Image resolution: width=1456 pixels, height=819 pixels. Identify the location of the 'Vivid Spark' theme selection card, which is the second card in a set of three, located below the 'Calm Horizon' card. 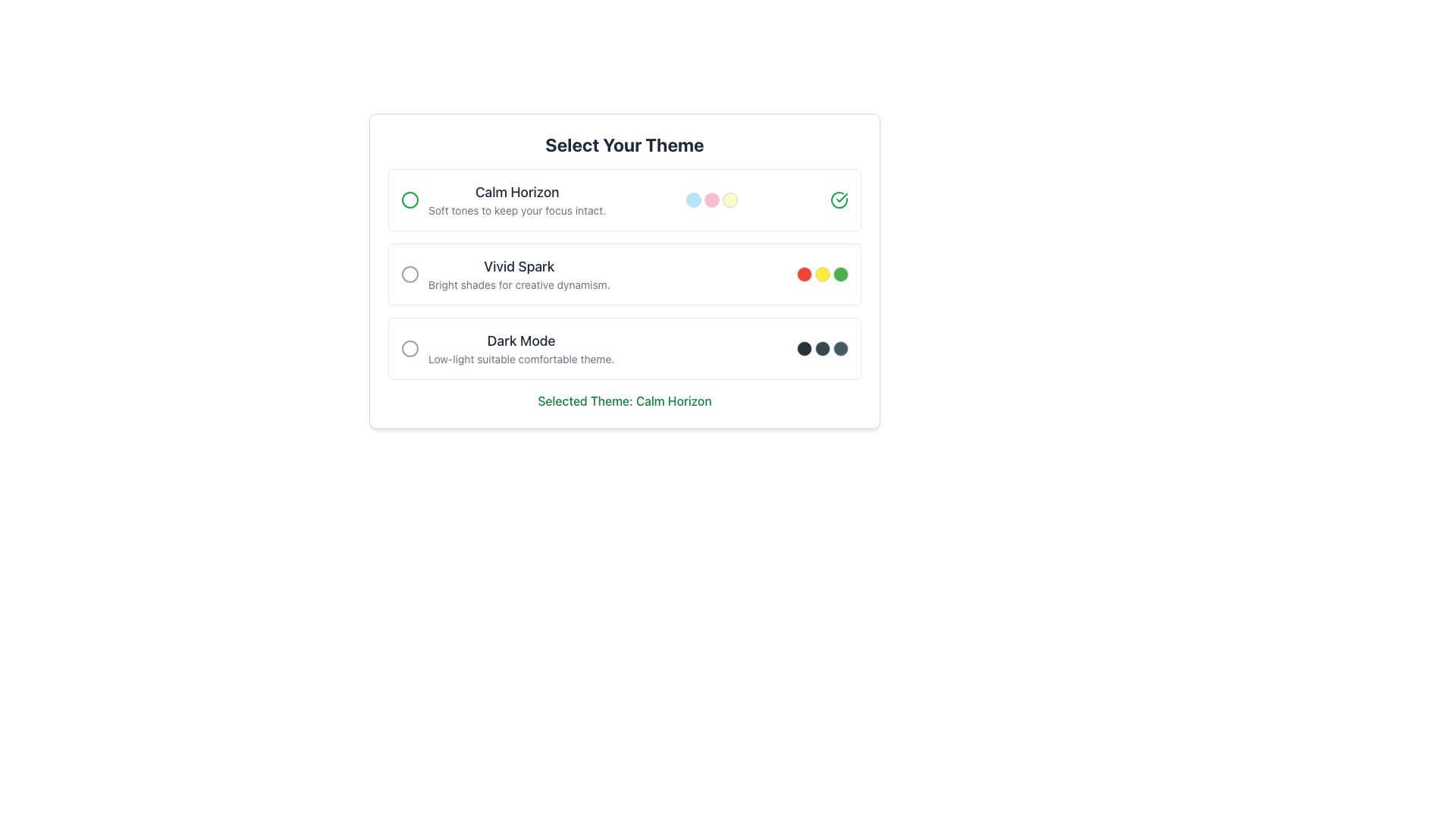
(625, 271).